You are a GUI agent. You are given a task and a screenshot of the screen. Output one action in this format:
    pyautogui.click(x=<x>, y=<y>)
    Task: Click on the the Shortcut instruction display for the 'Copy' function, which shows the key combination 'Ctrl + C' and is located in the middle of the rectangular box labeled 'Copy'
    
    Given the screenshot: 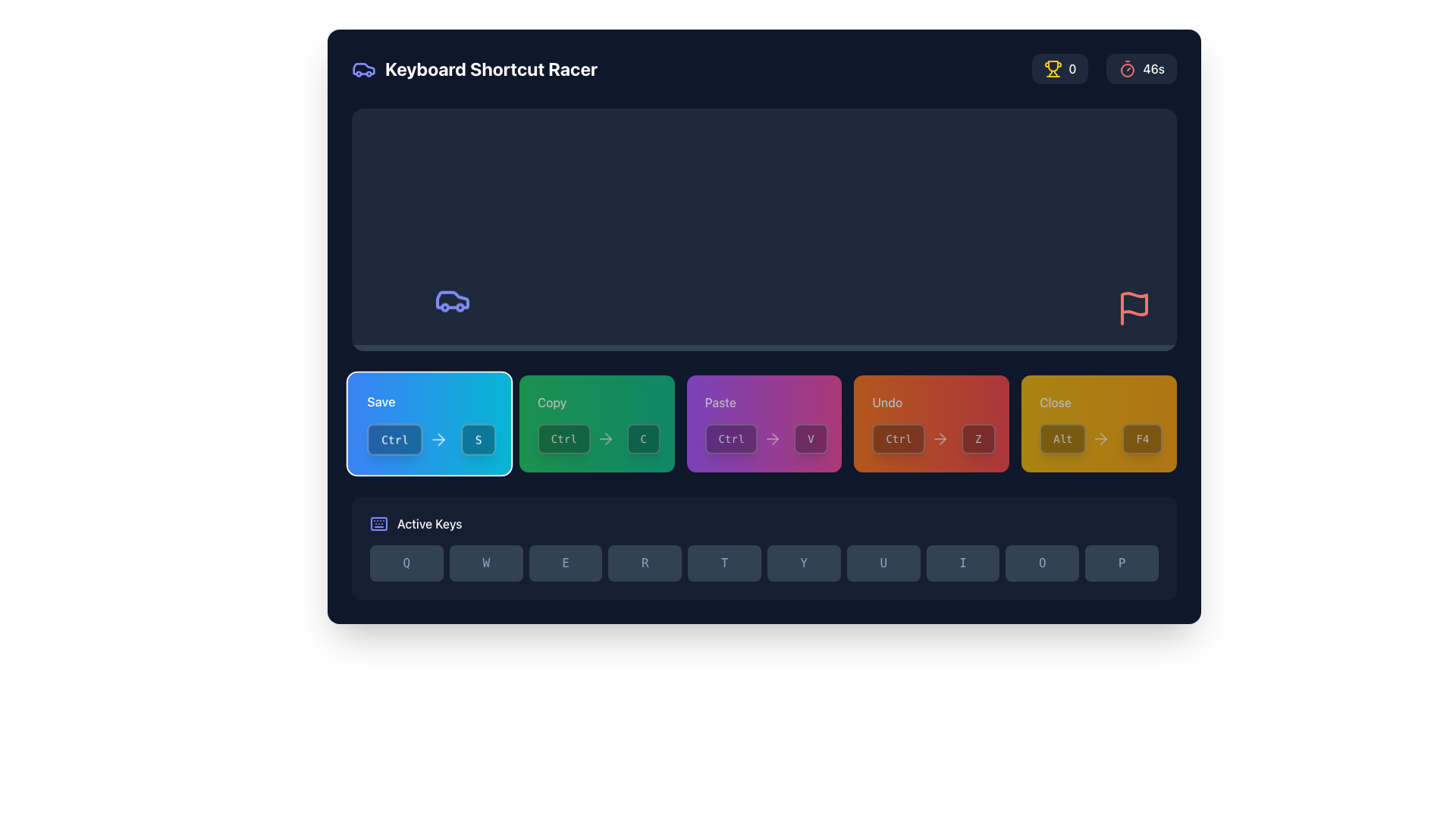 What is the action you would take?
    pyautogui.click(x=596, y=438)
    